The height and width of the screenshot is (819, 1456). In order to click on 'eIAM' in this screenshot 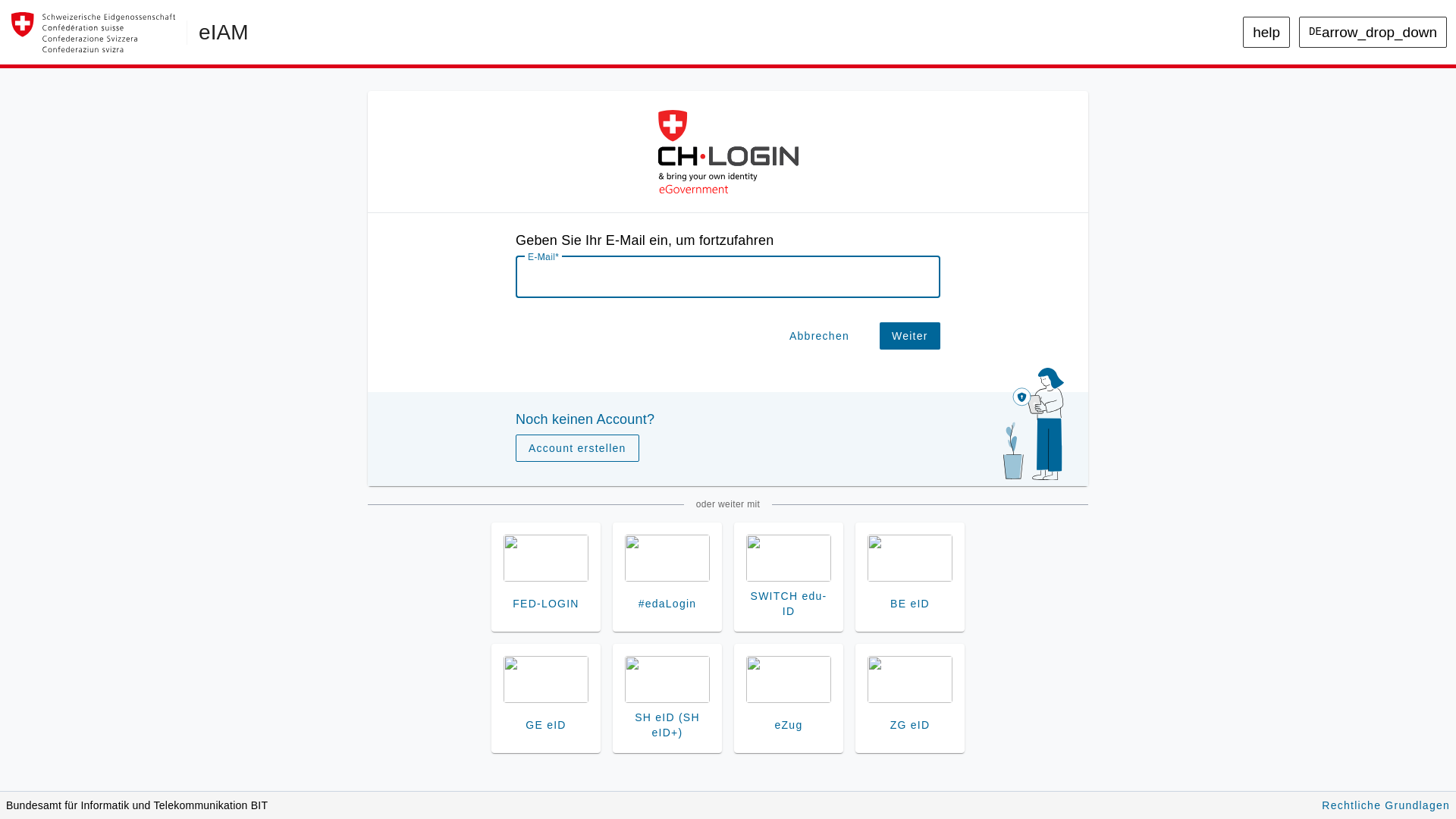, I will do `click(198, 32)`.